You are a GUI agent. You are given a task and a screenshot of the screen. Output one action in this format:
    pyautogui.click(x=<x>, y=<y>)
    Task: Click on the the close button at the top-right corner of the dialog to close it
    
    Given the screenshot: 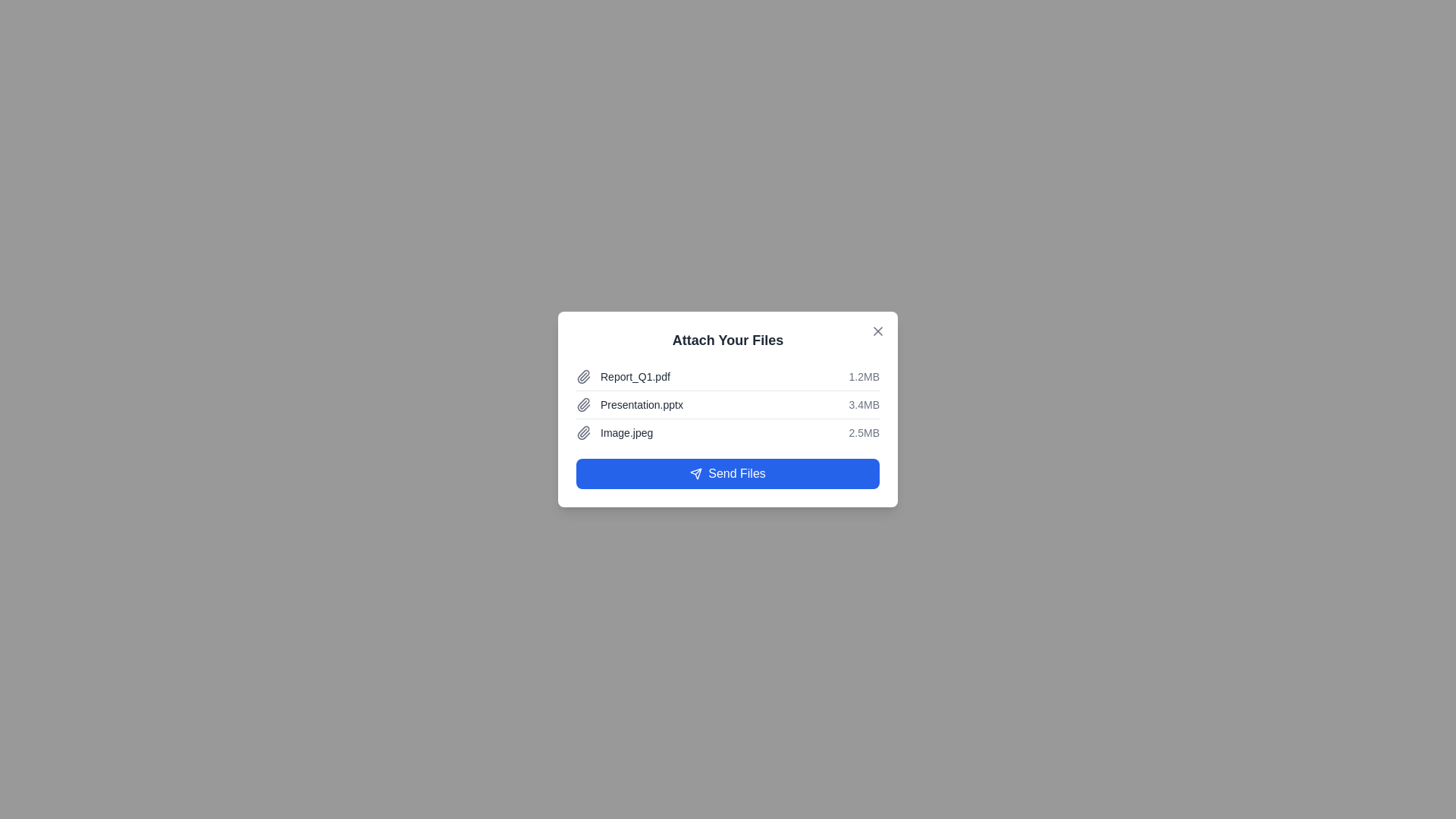 What is the action you would take?
    pyautogui.click(x=877, y=330)
    